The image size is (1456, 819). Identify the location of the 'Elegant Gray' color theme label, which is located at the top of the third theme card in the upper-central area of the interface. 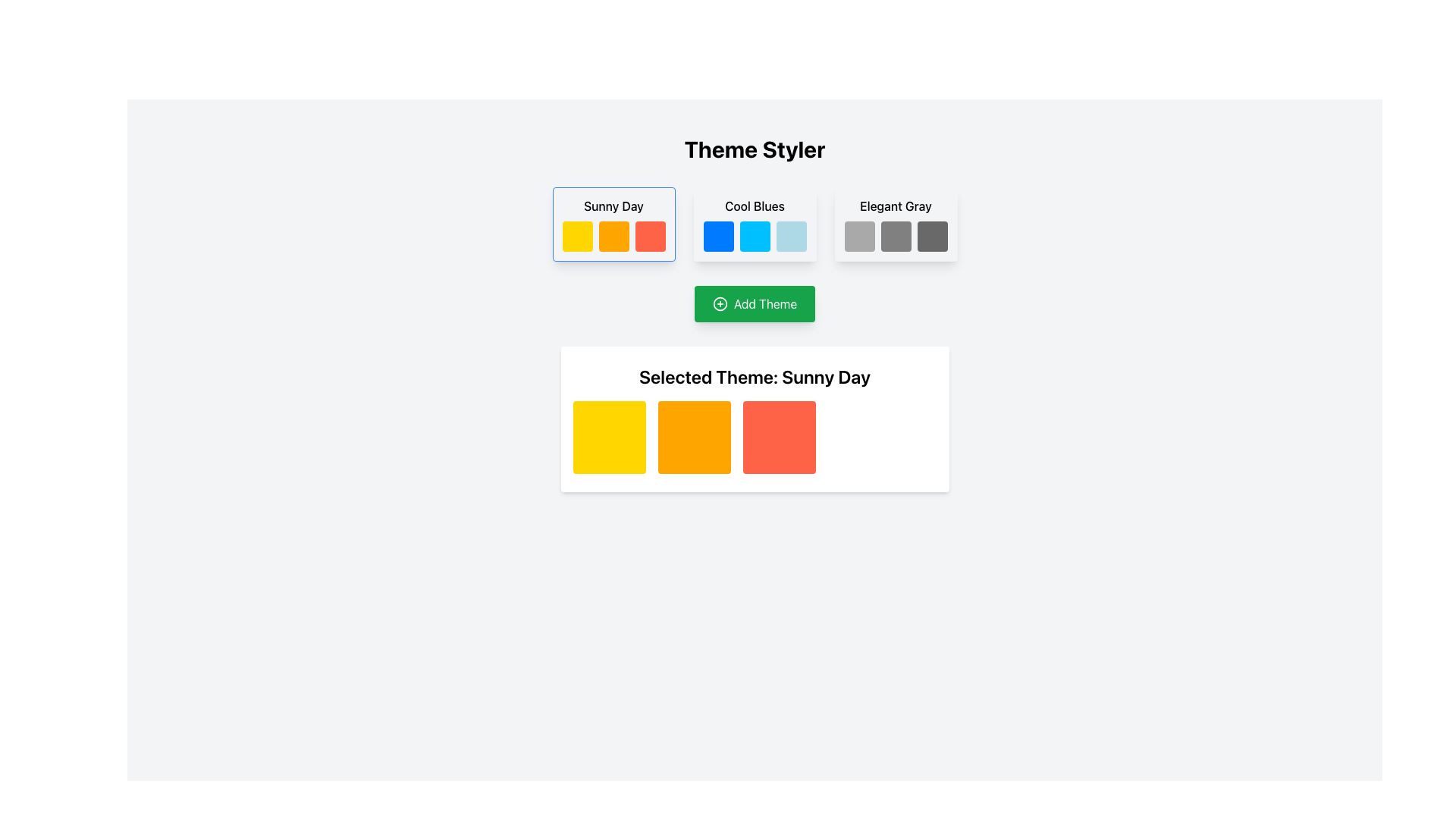
(896, 206).